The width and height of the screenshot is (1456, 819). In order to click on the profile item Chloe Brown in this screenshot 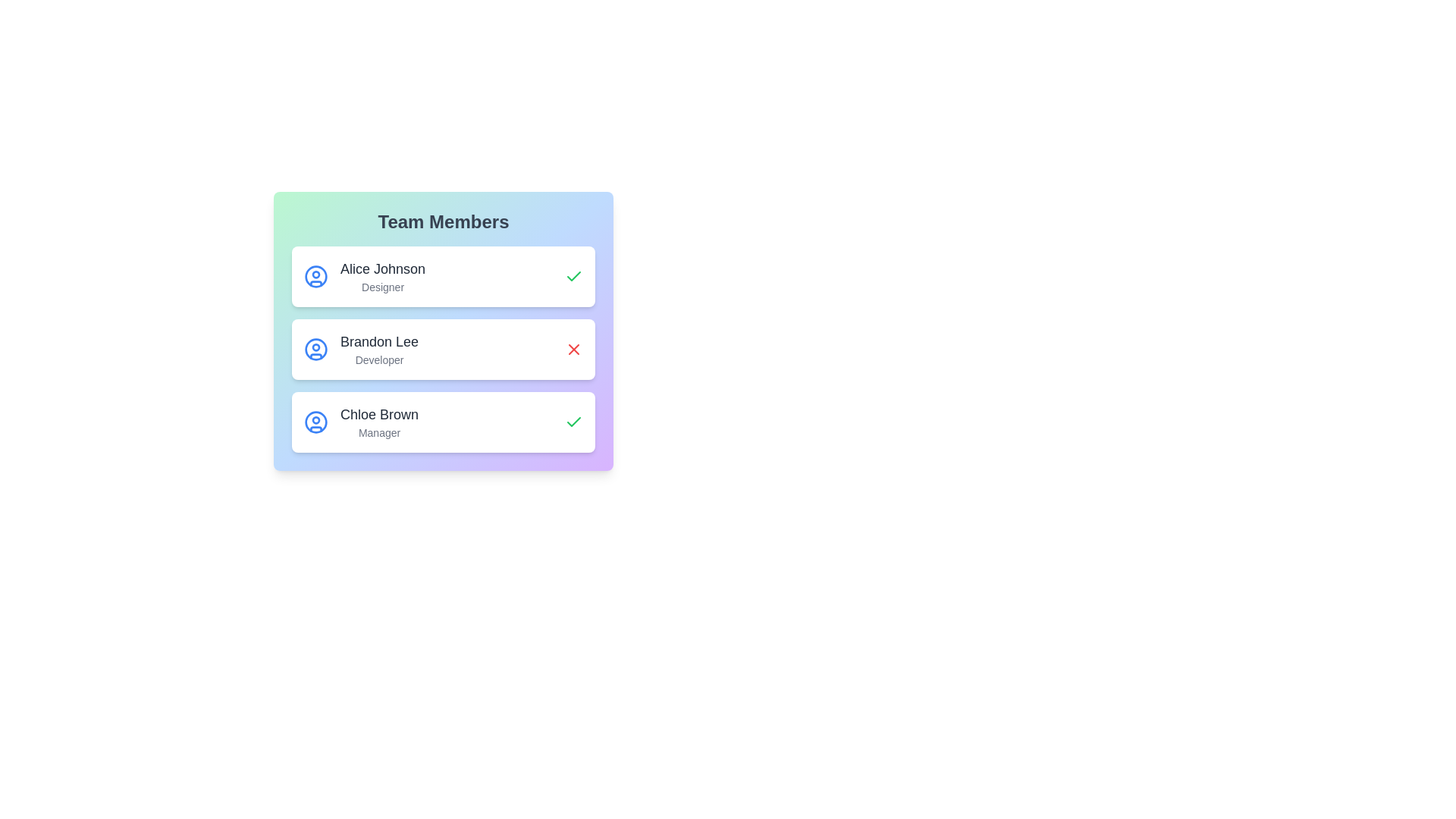, I will do `click(443, 422)`.